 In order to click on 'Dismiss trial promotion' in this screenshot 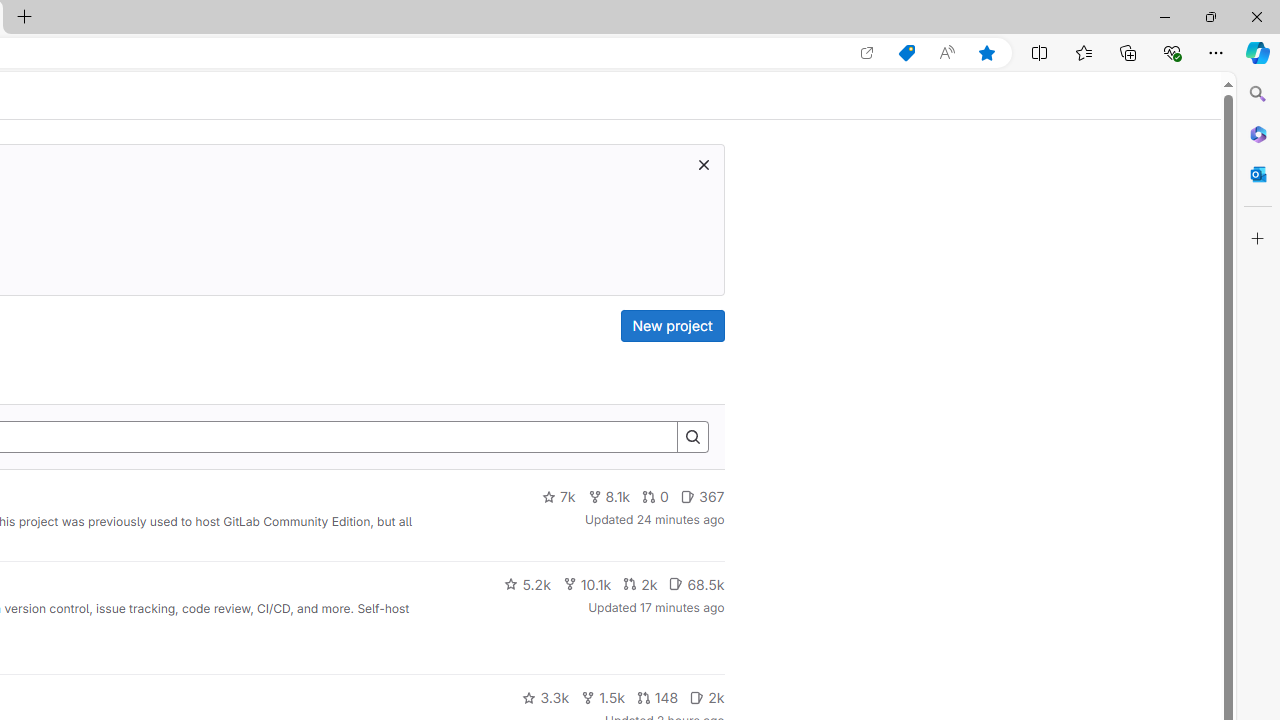, I will do `click(703, 163)`.